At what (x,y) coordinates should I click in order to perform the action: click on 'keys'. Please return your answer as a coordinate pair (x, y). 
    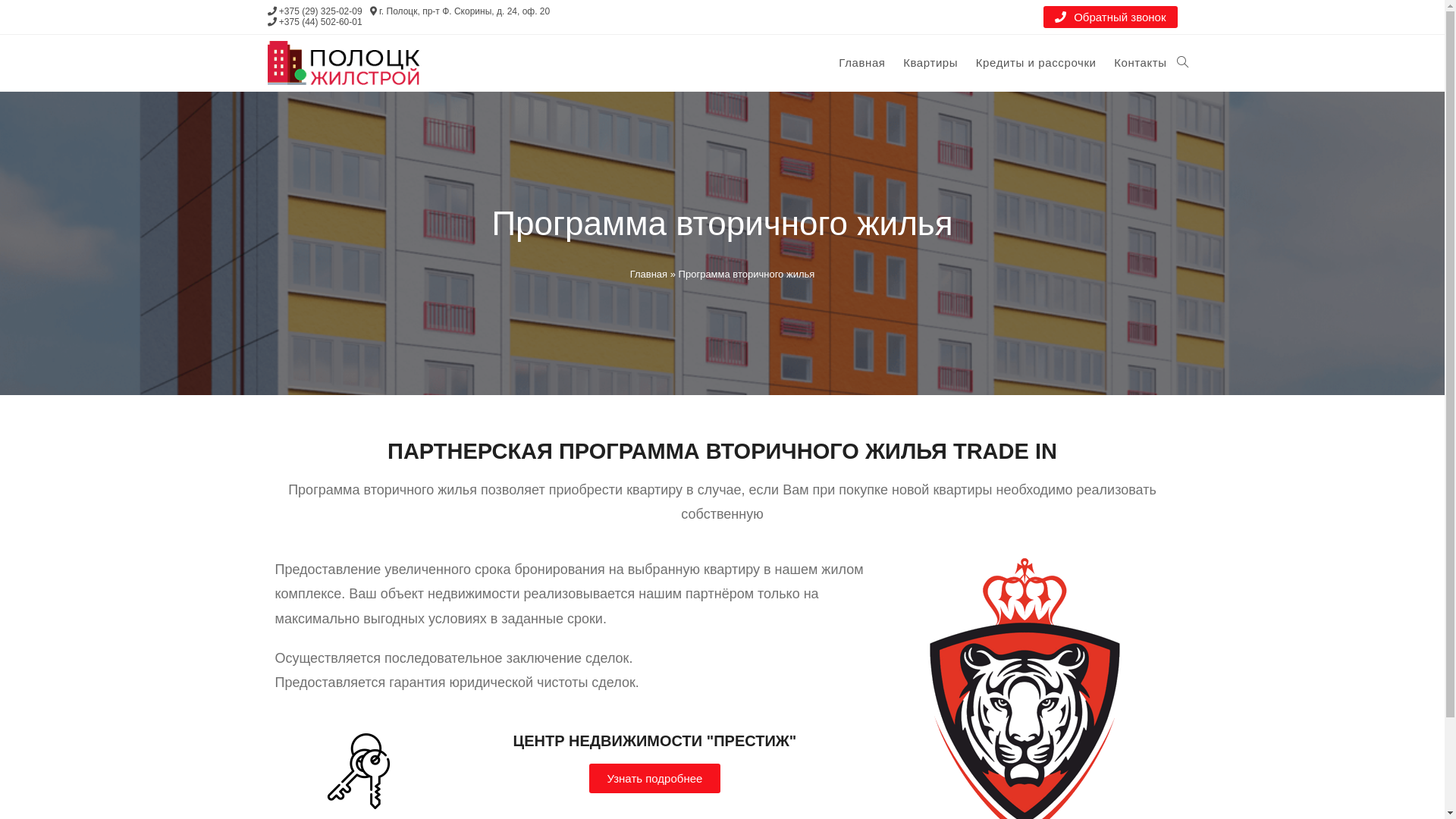
    Looking at the image, I should click on (319, 771).